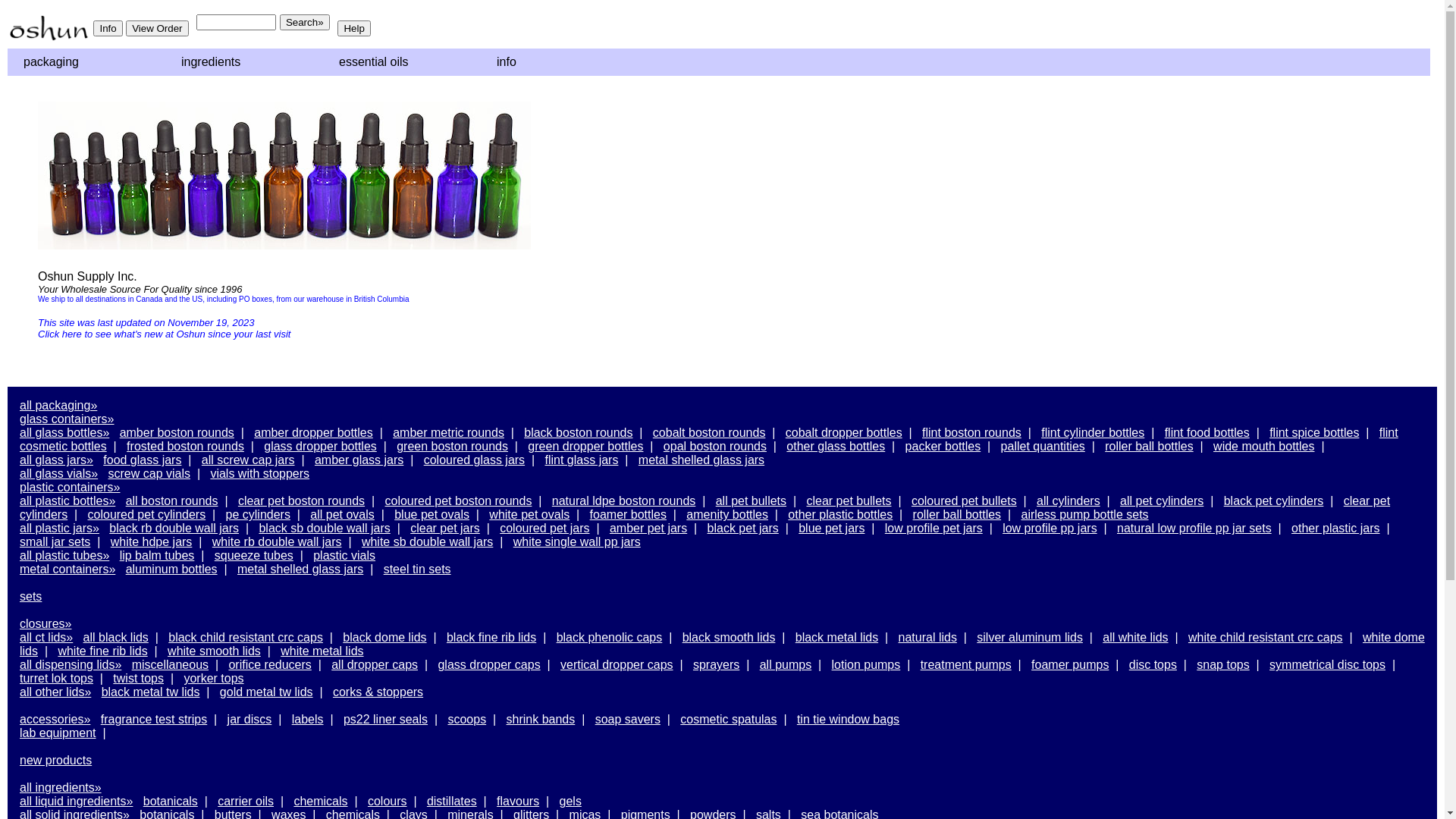 The image size is (1456, 819). What do you see at coordinates (218, 692) in the screenshot?
I see `'gold metal tw lids'` at bounding box center [218, 692].